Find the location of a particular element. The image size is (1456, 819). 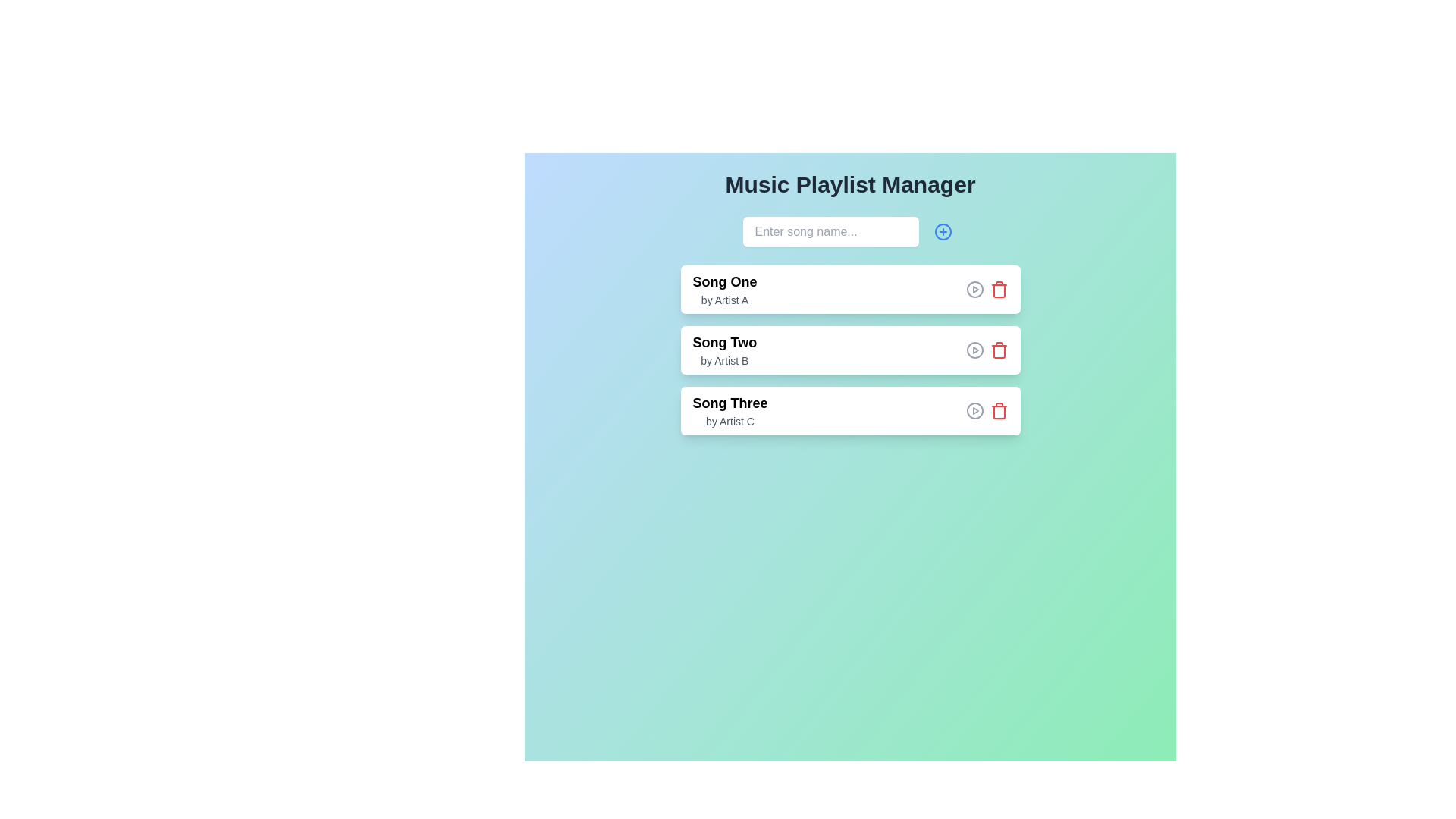

an individual song item in the vertical playlist section below the 'Music Playlist Manager' title is located at coordinates (850, 350).